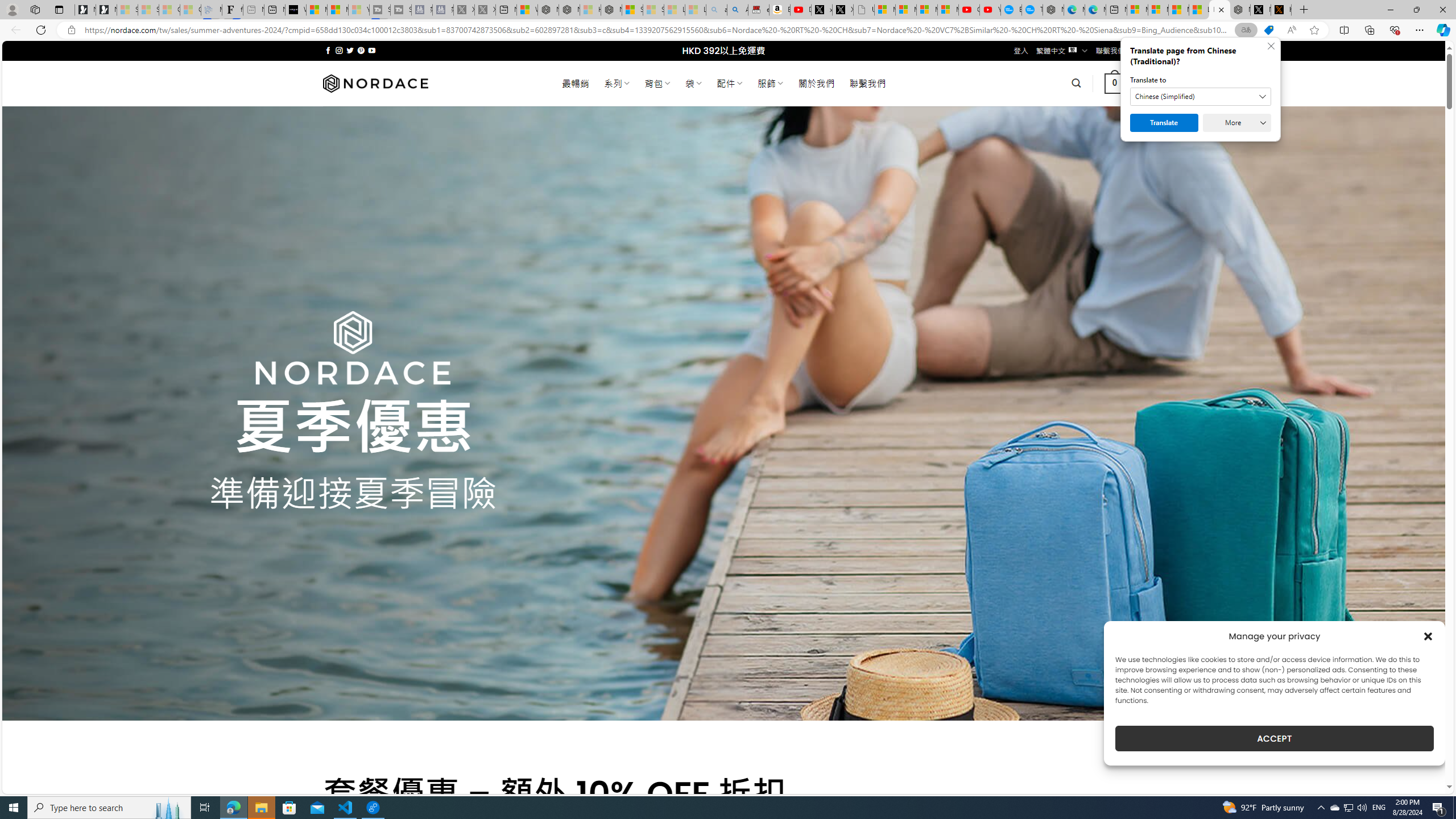 The image size is (1456, 819). I want to click on 'Nordace - Nordace Siena Is Not An Ordinary Backpack', so click(610, 9).